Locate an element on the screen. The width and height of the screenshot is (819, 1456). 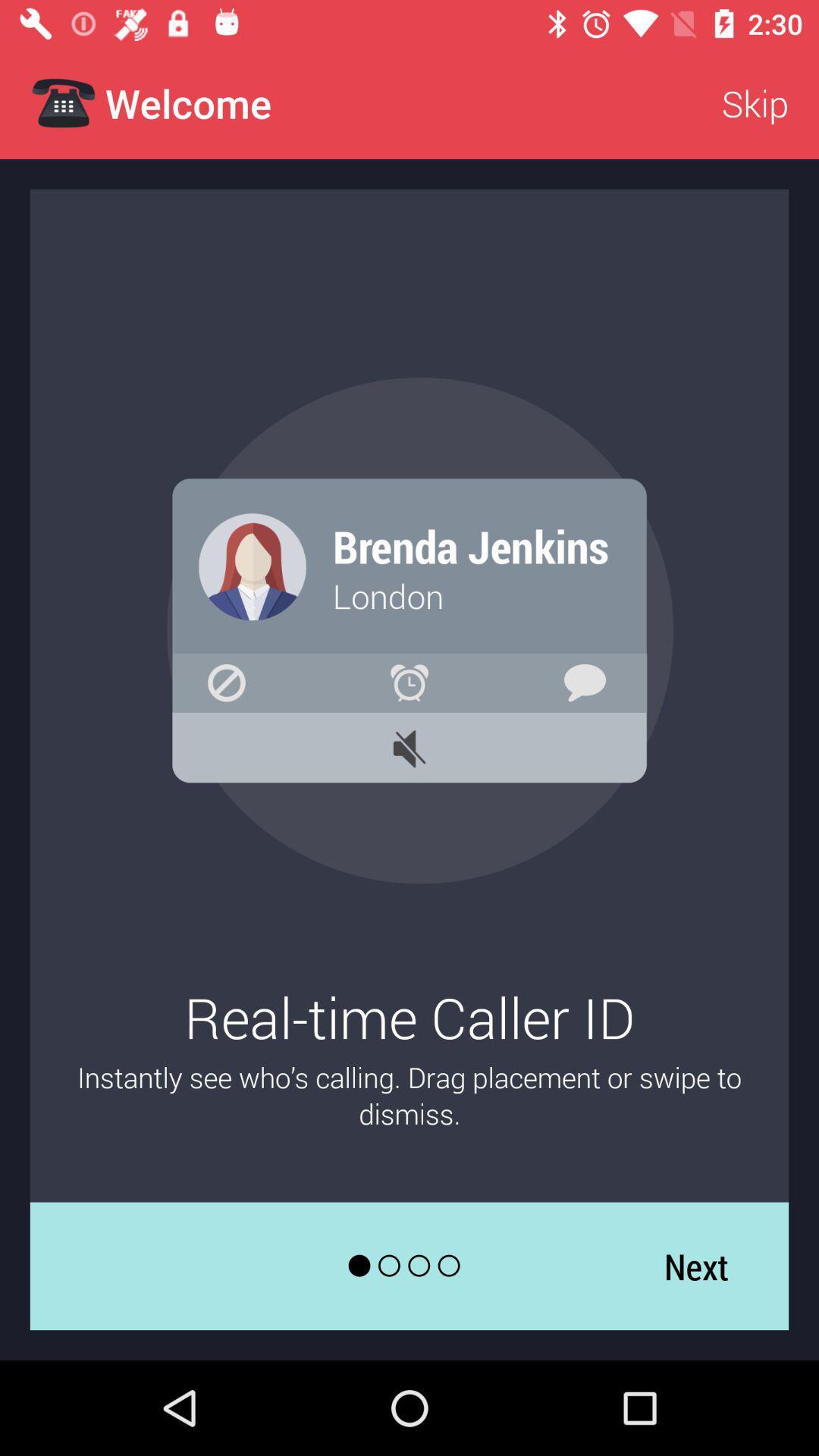
the icon at the top right corner is located at coordinates (755, 102).